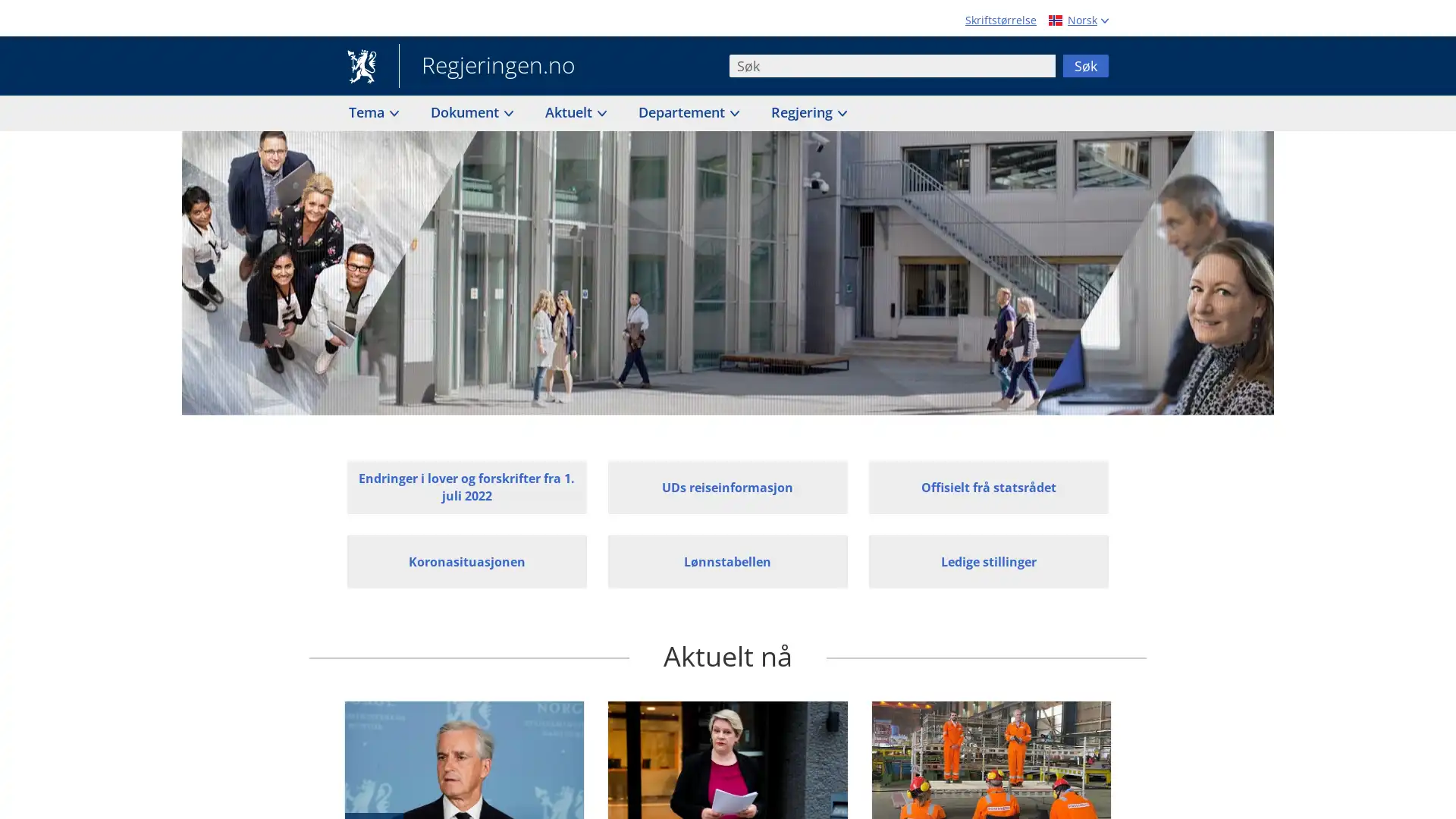 This screenshot has height=819, width=1456. I want to click on Skriftstrrelse, so click(1001, 20).